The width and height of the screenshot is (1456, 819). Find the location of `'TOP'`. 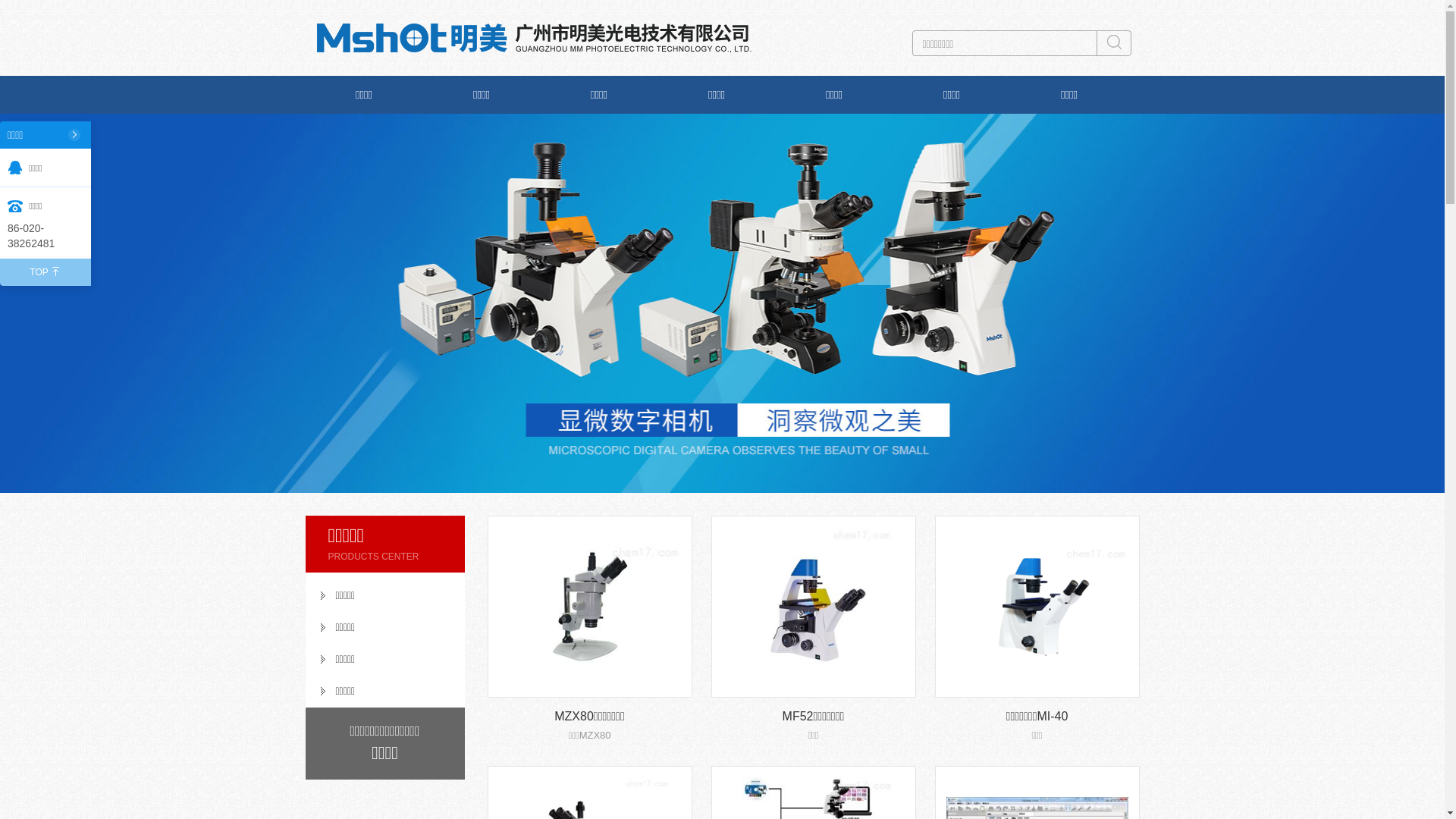

'TOP' is located at coordinates (45, 271).